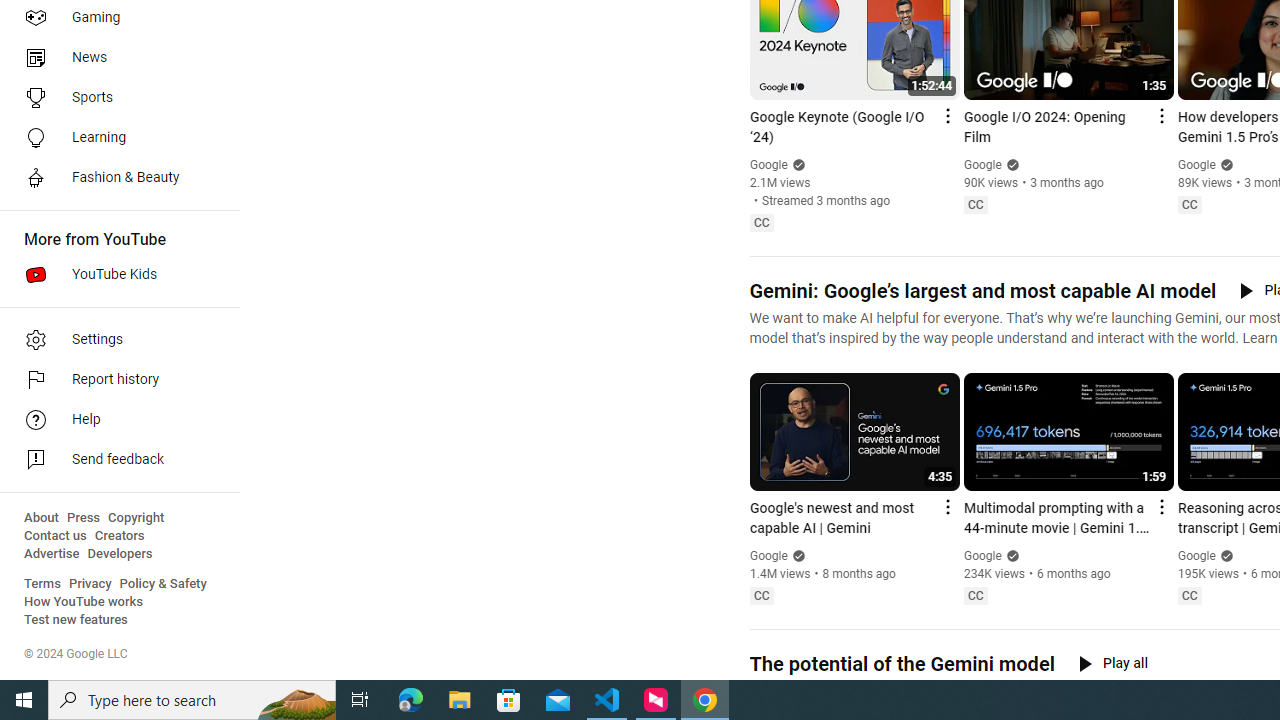  What do you see at coordinates (1112, 663) in the screenshot?
I see `'Play all'` at bounding box center [1112, 663].